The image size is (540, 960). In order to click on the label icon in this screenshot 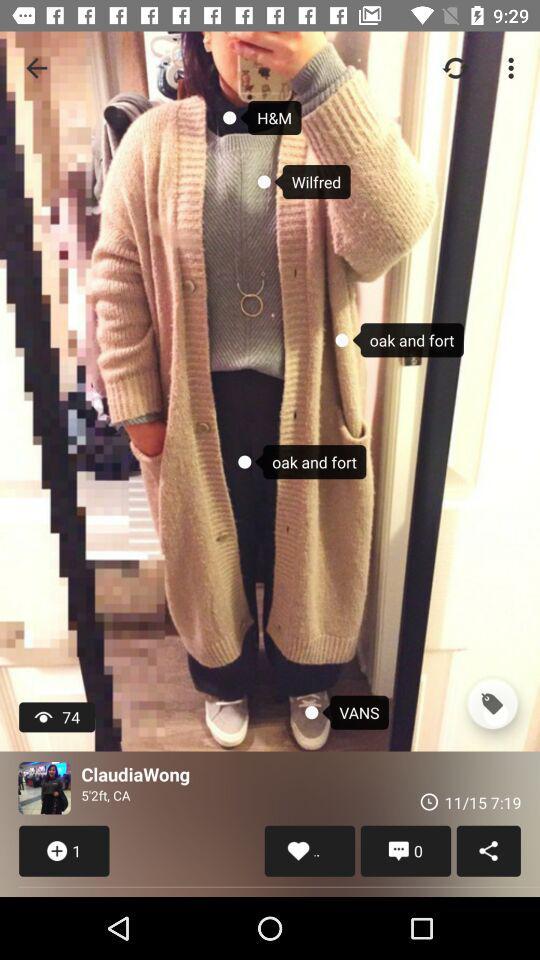, I will do `click(491, 704)`.